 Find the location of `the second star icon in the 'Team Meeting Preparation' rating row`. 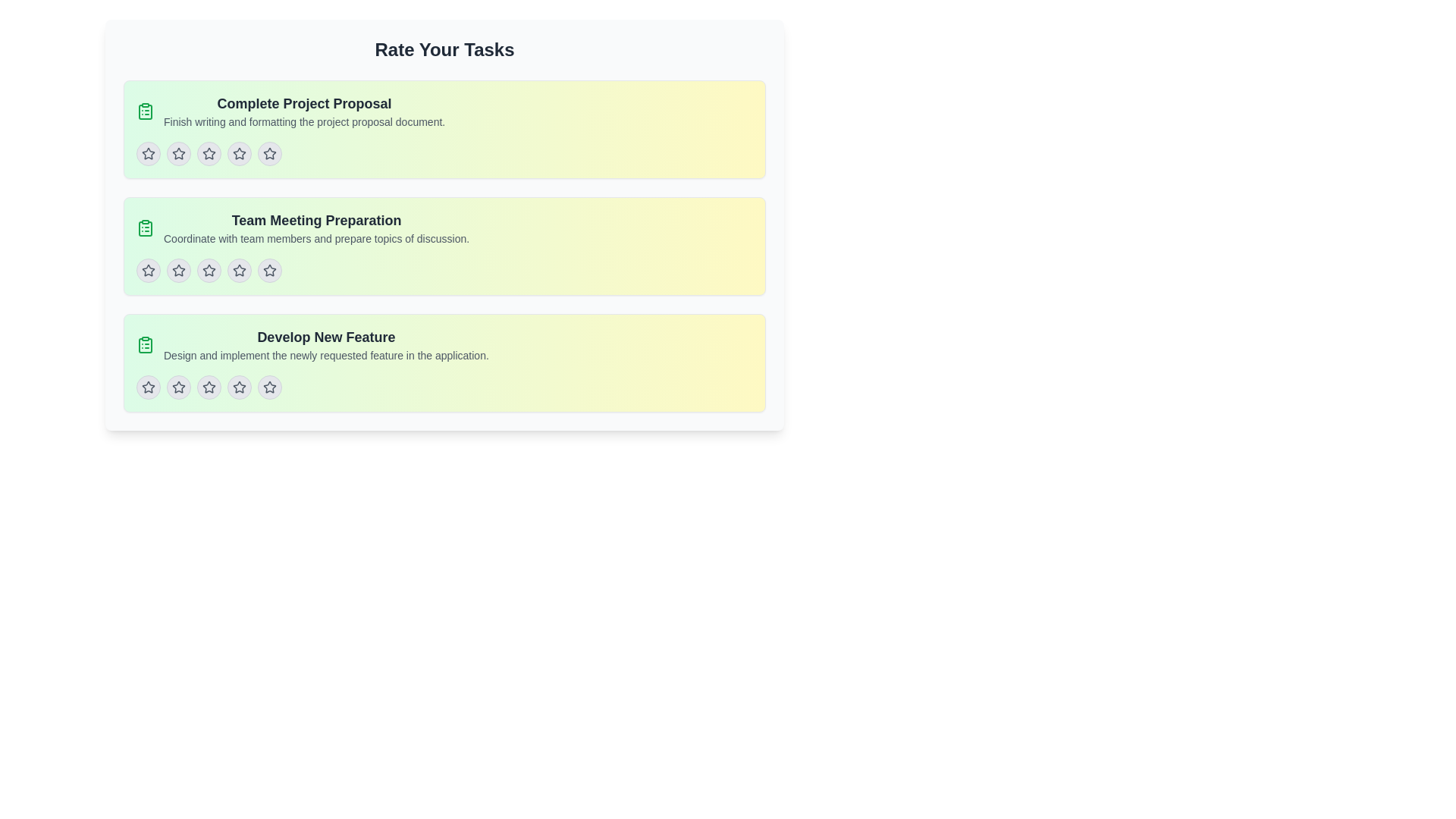

the second star icon in the 'Team Meeting Preparation' rating row is located at coordinates (178, 270).